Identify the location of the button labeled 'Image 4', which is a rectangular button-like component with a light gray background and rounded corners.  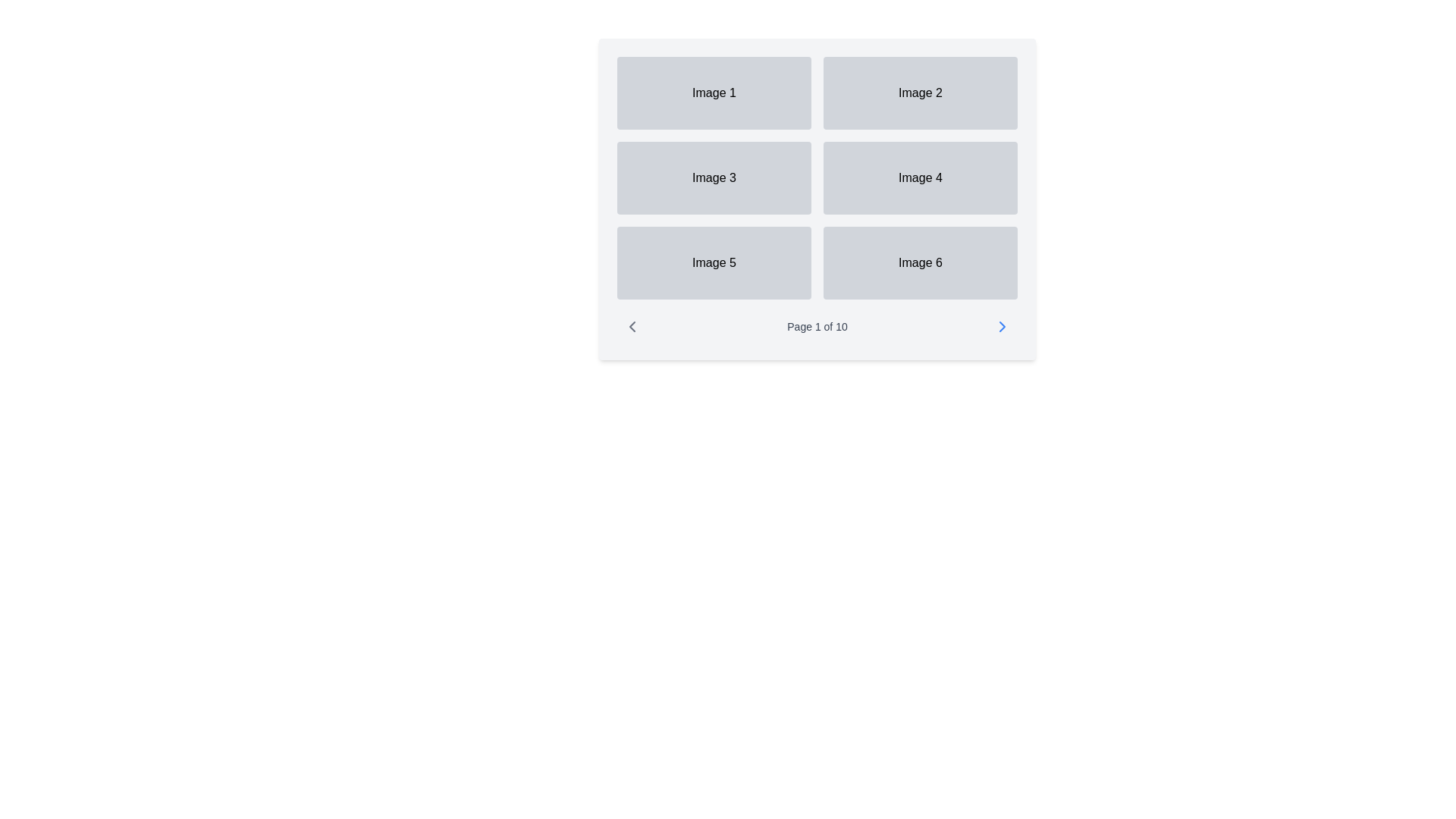
(920, 177).